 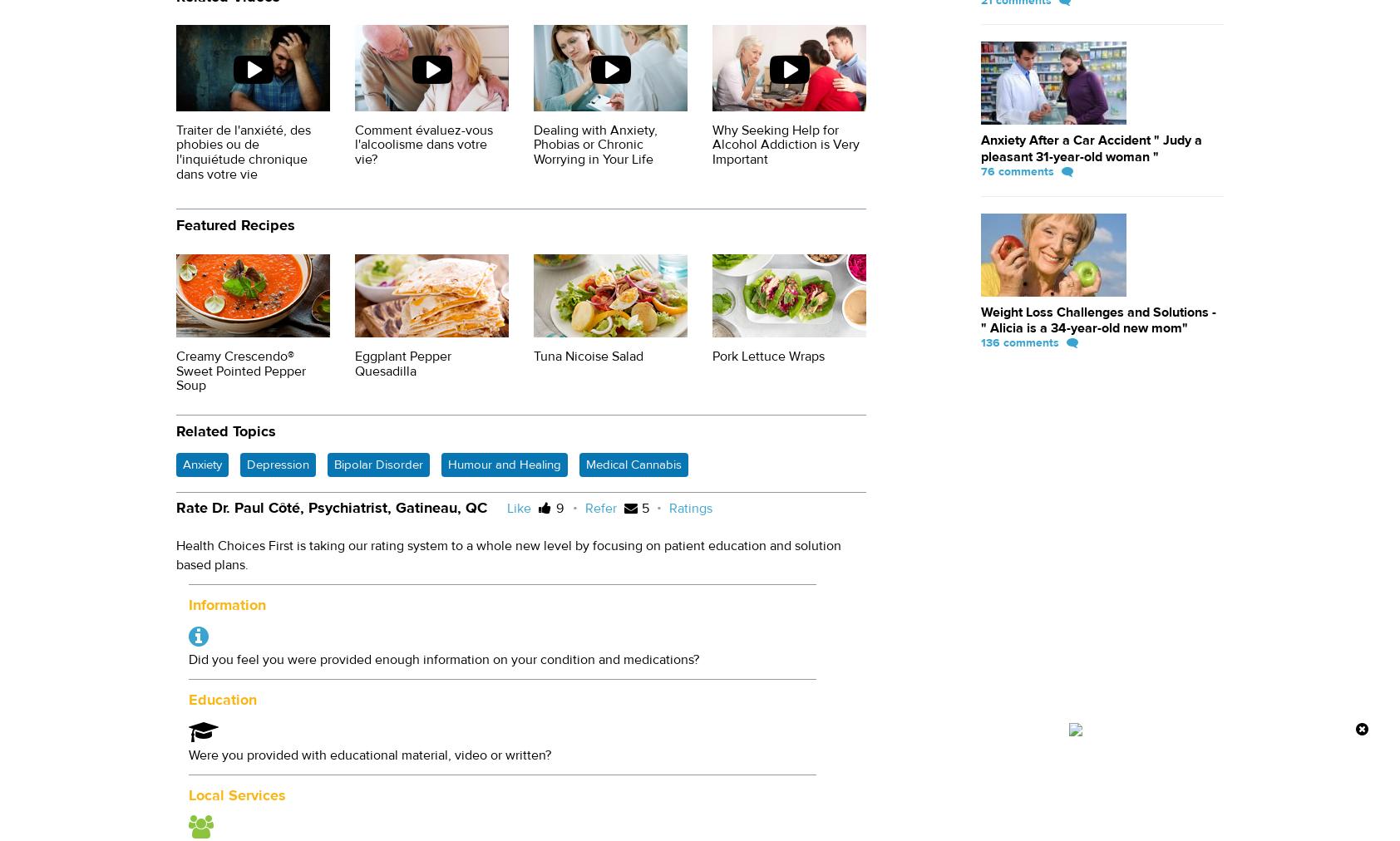 I want to click on 'Medical Cannabis', so click(x=633, y=463).